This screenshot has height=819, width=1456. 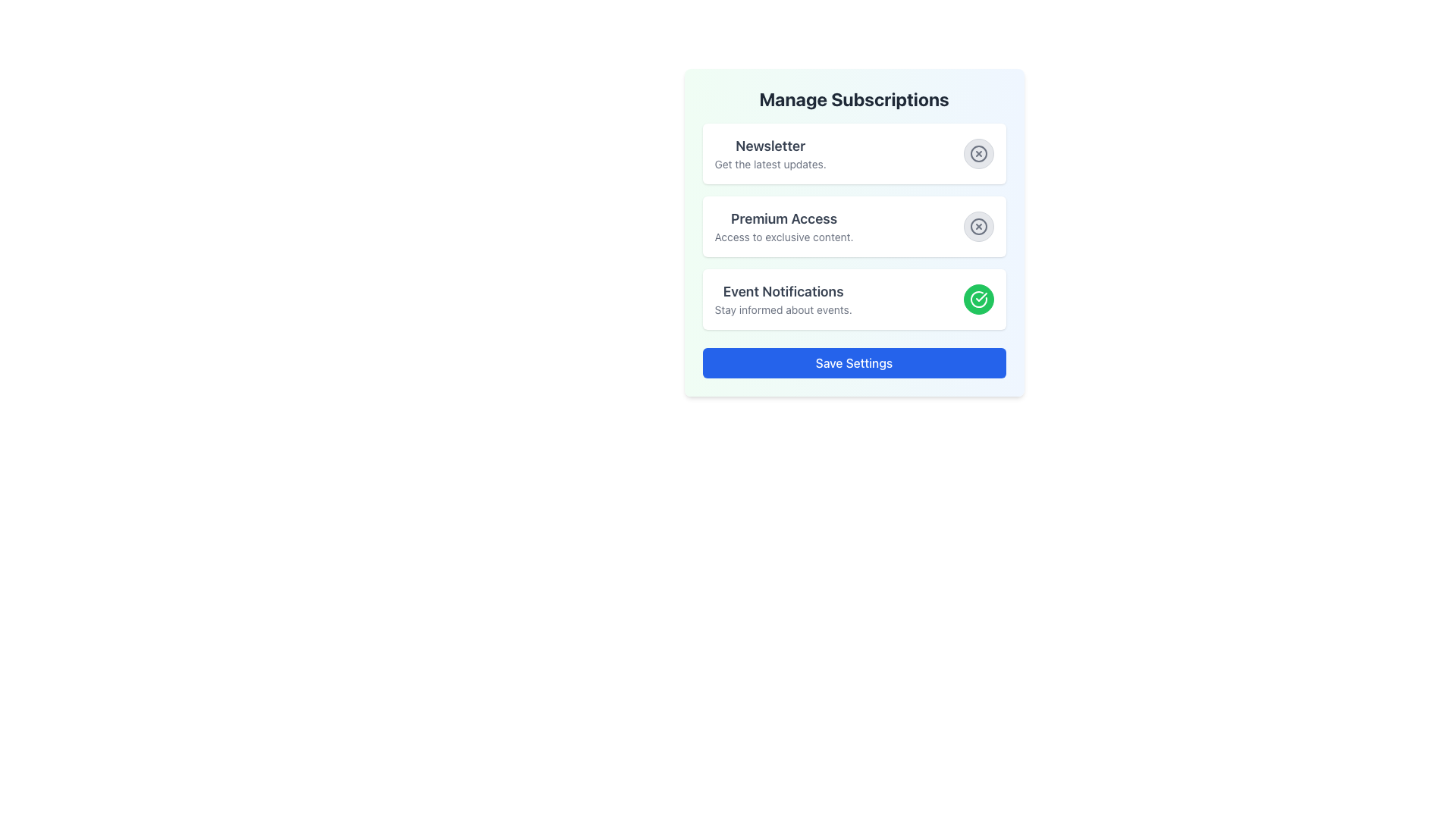 What do you see at coordinates (978, 227) in the screenshot?
I see `the clickable button intended for deleting or removing the 'Premium Access' subscription, located in the second row of the 'Manage Subscriptions' section, aligned to the right side of the row` at bounding box center [978, 227].